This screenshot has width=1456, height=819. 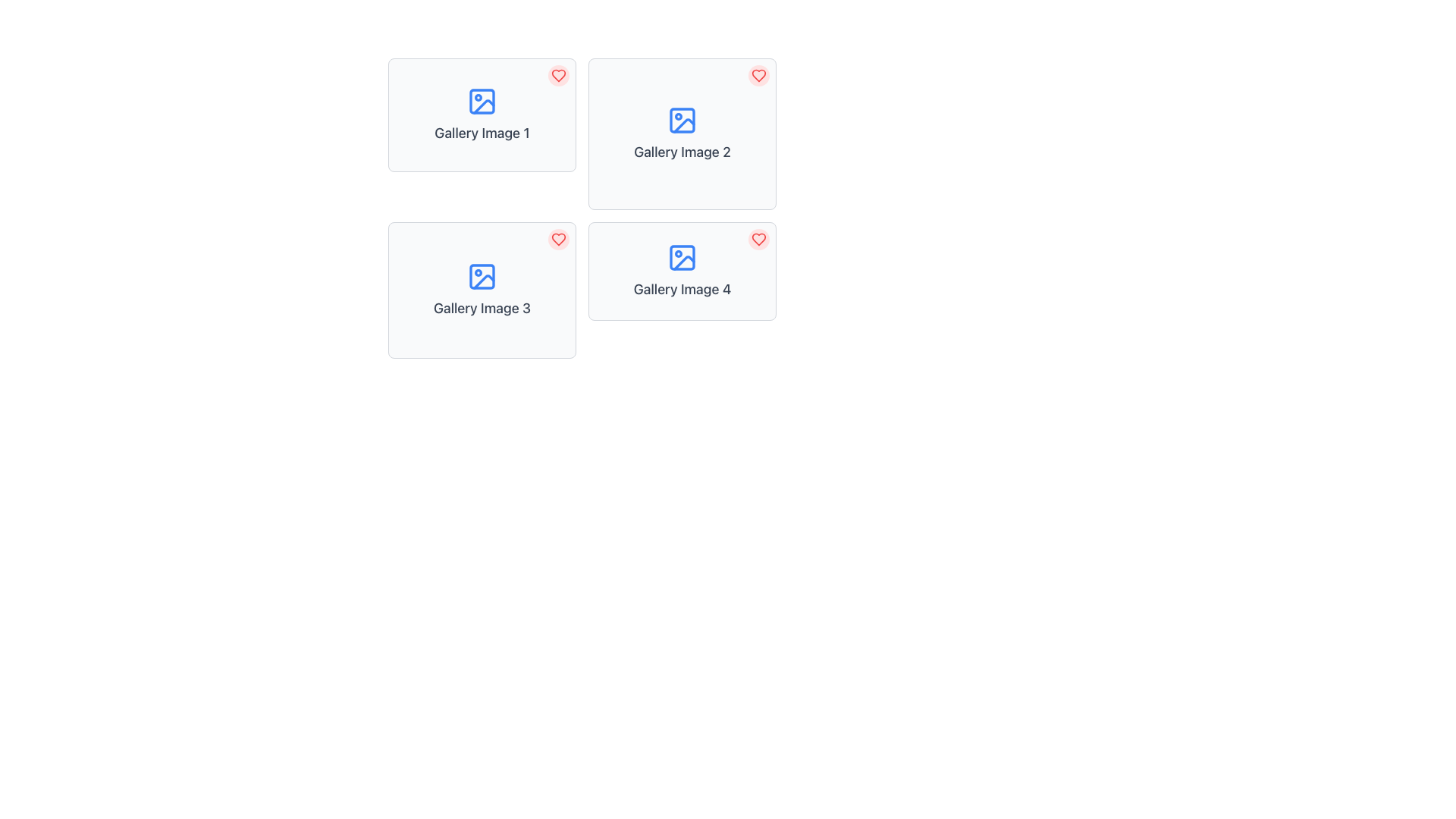 I want to click on the heart icon button located in the top-right corner of the card labeled 'Gallery Image 1', so click(x=558, y=76).